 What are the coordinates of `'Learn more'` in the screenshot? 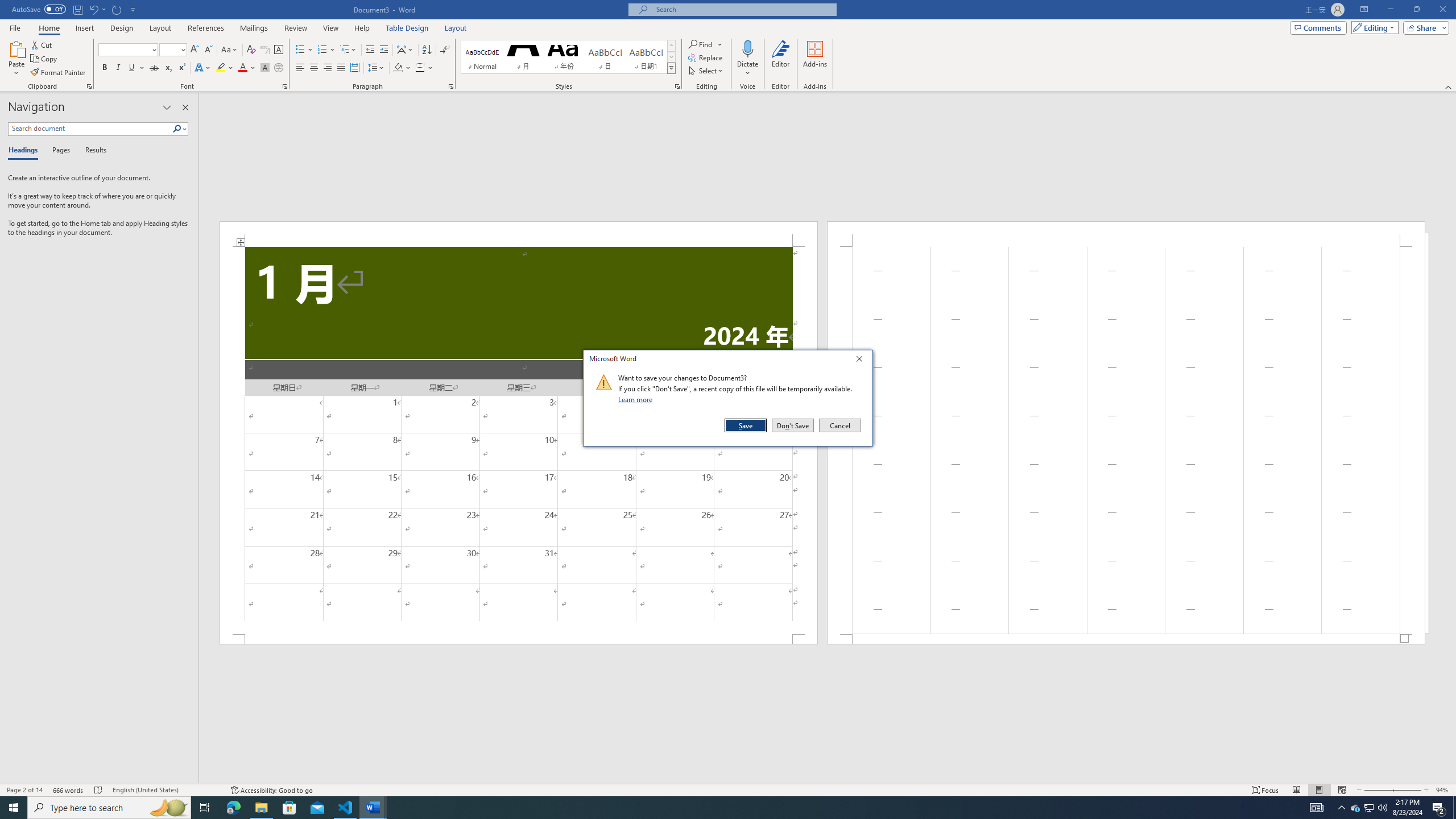 It's located at (637, 399).